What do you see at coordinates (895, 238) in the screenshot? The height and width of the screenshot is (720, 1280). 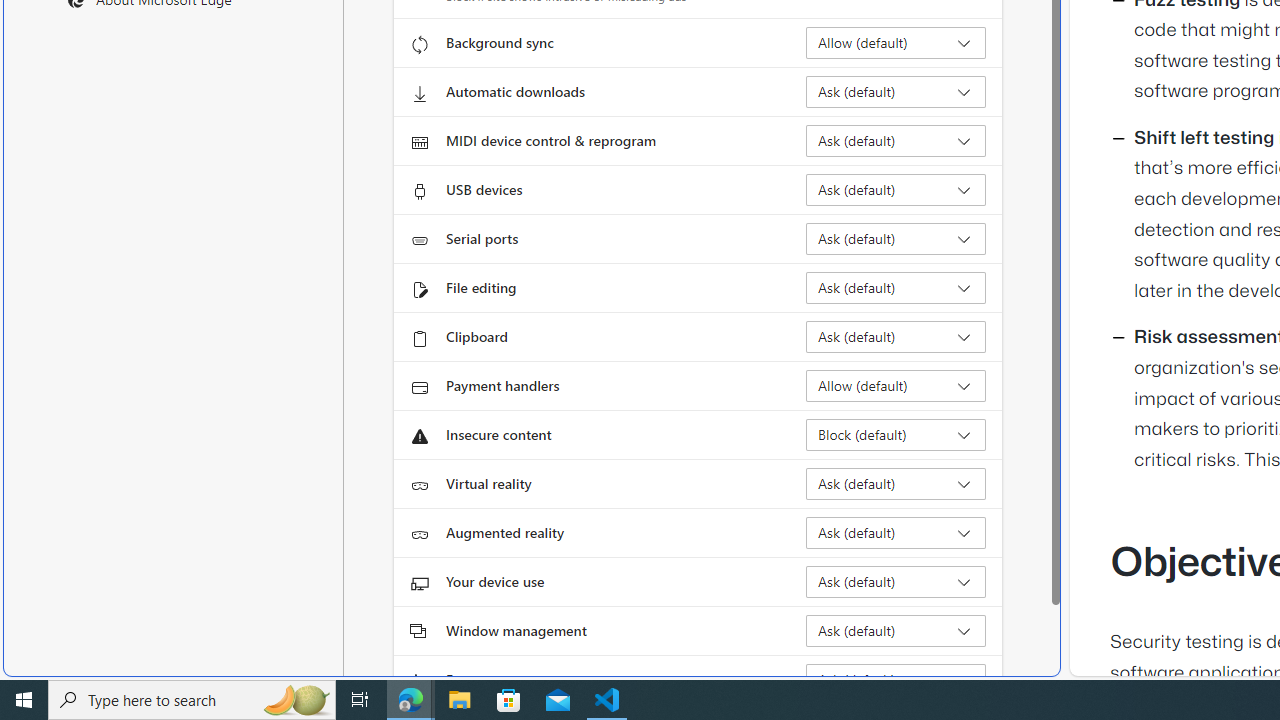 I see `'Serial ports Ask (default)'` at bounding box center [895, 238].